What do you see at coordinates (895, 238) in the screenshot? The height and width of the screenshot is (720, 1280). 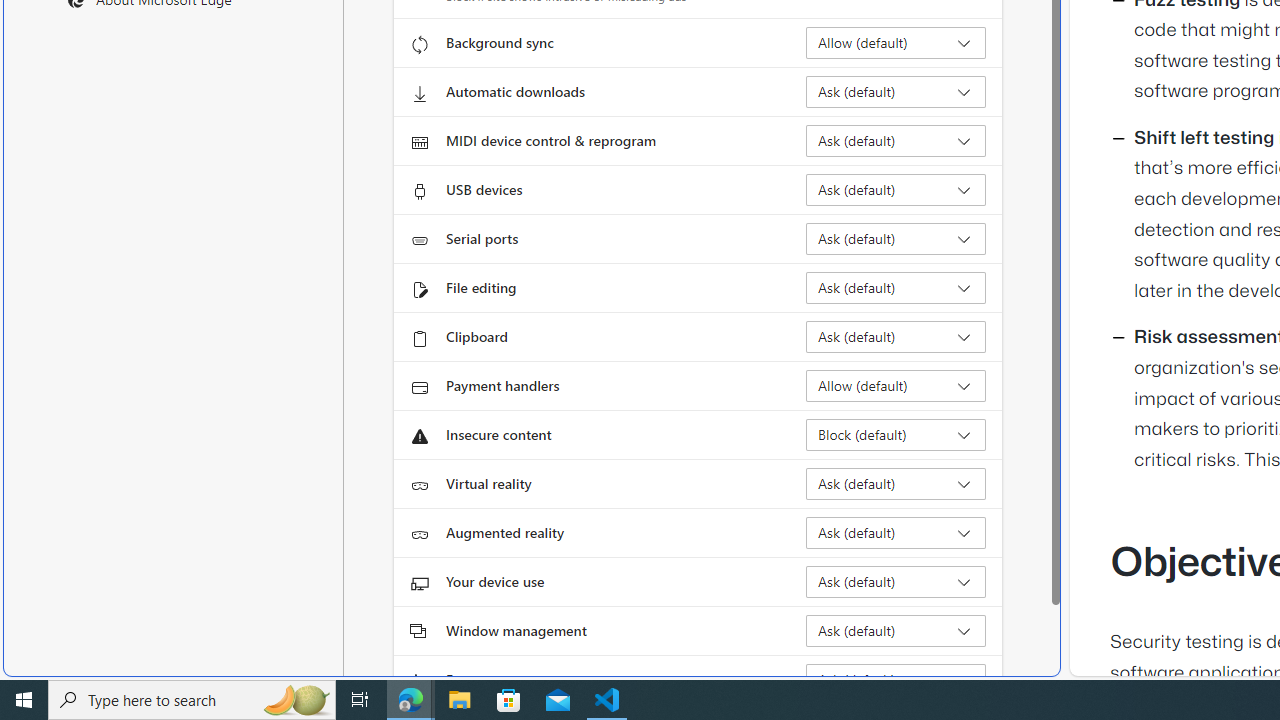 I see `'Serial ports Ask (default)'` at bounding box center [895, 238].